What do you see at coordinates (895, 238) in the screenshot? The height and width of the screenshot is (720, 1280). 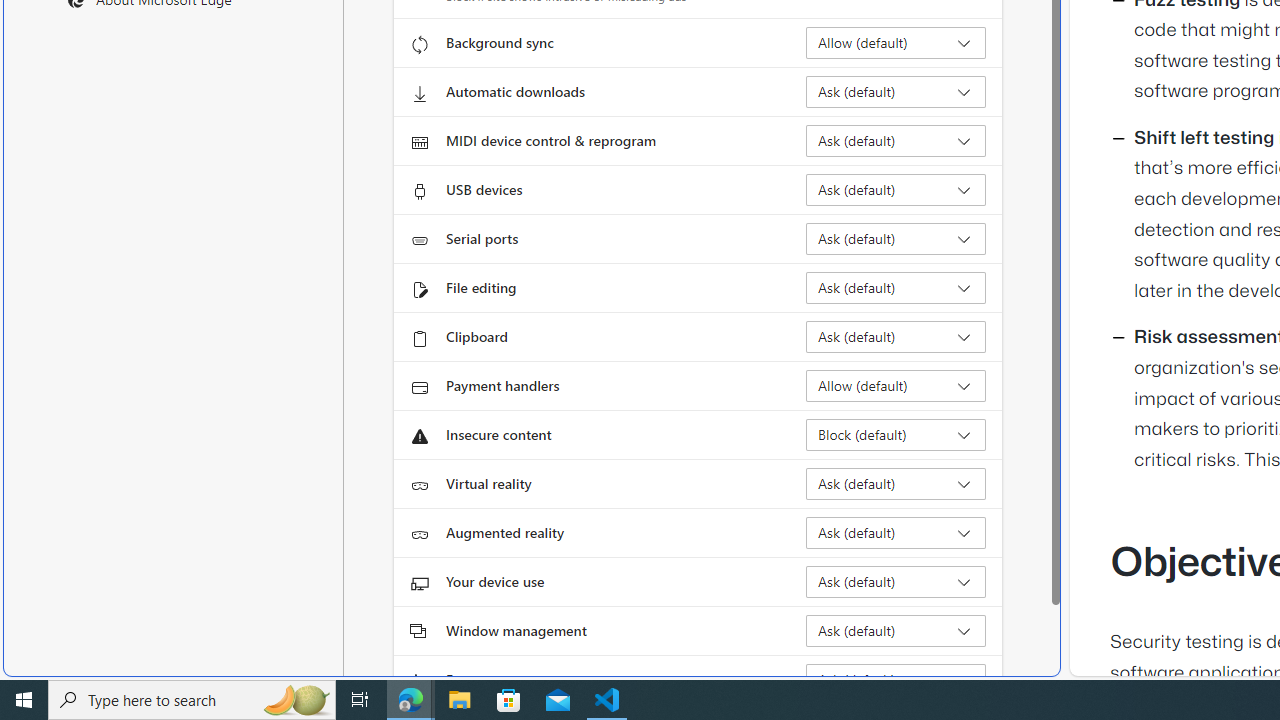 I see `'Serial ports Ask (default)'` at bounding box center [895, 238].